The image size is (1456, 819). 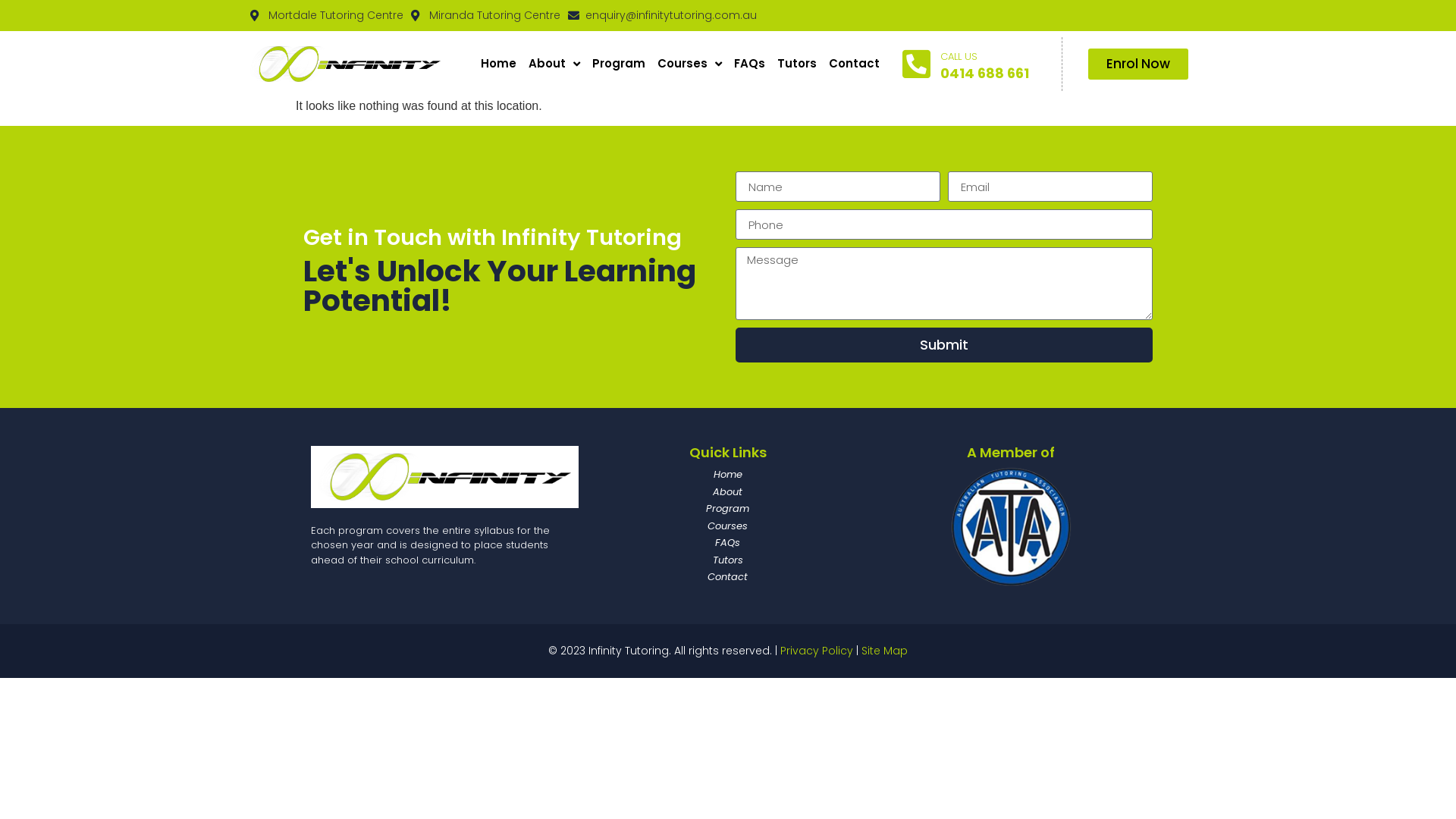 I want to click on 'About', so click(x=553, y=63).